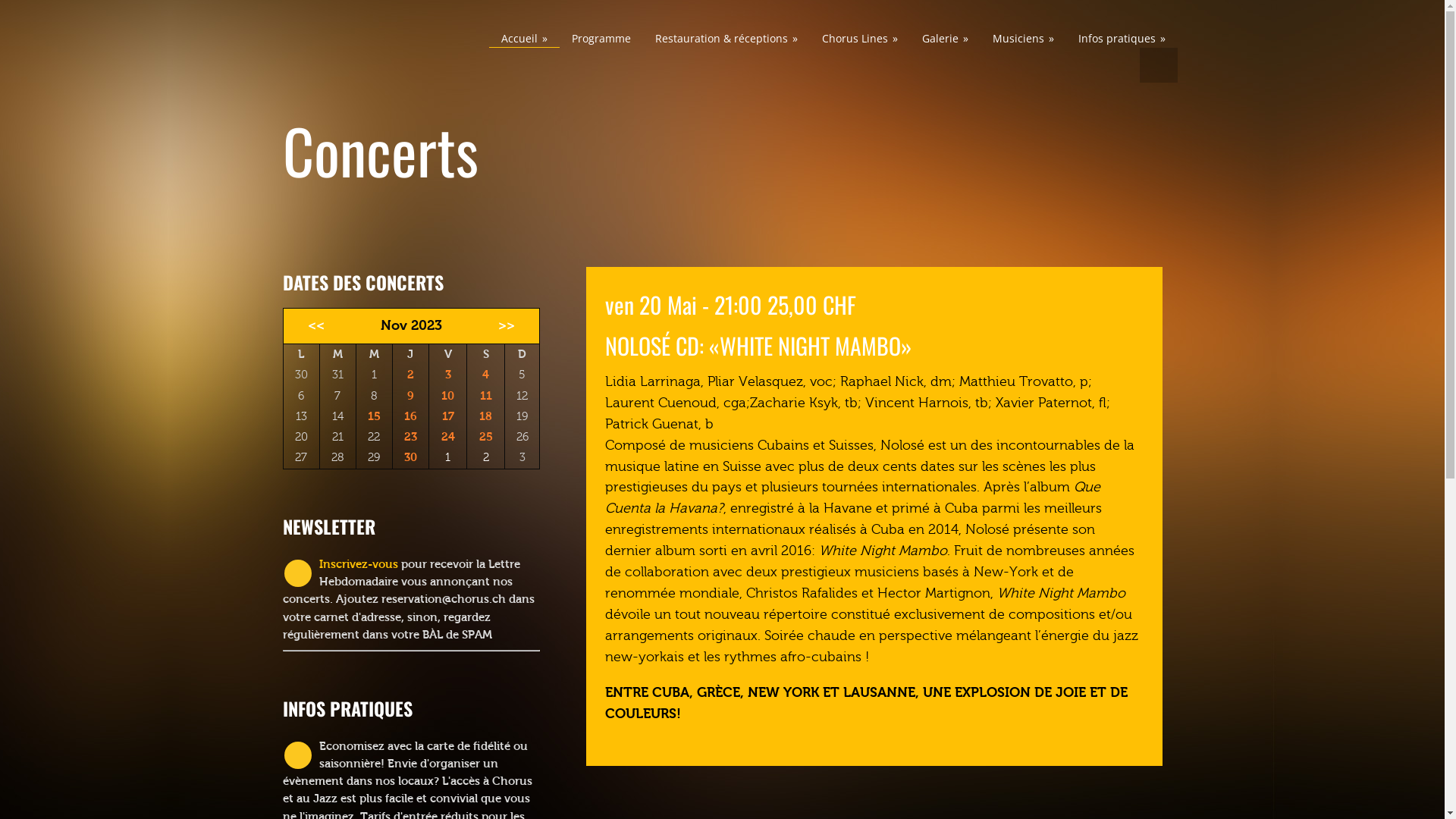 The height and width of the screenshot is (819, 1456). I want to click on 'Inscrivez-vous', so click(356, 564).